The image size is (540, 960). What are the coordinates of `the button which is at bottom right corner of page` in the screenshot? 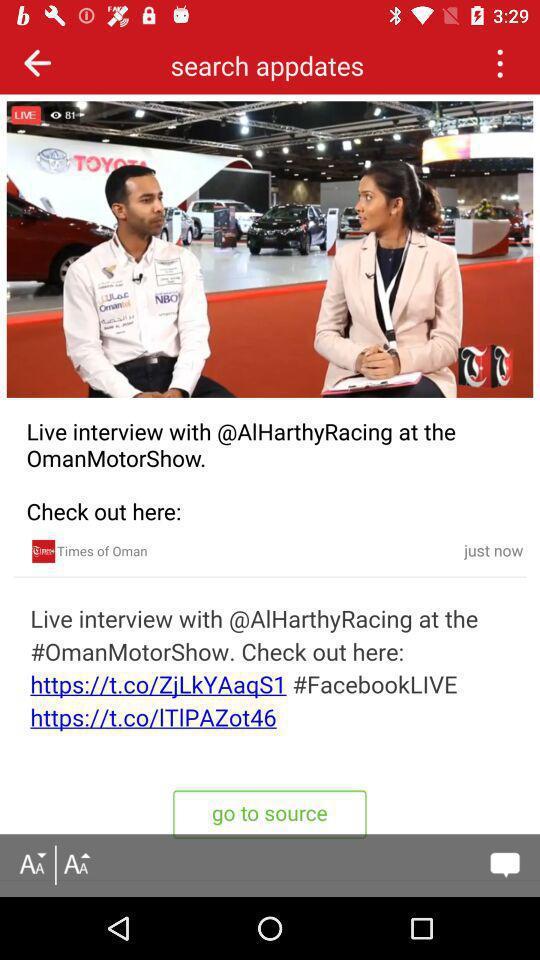 It's located at (504, 864).